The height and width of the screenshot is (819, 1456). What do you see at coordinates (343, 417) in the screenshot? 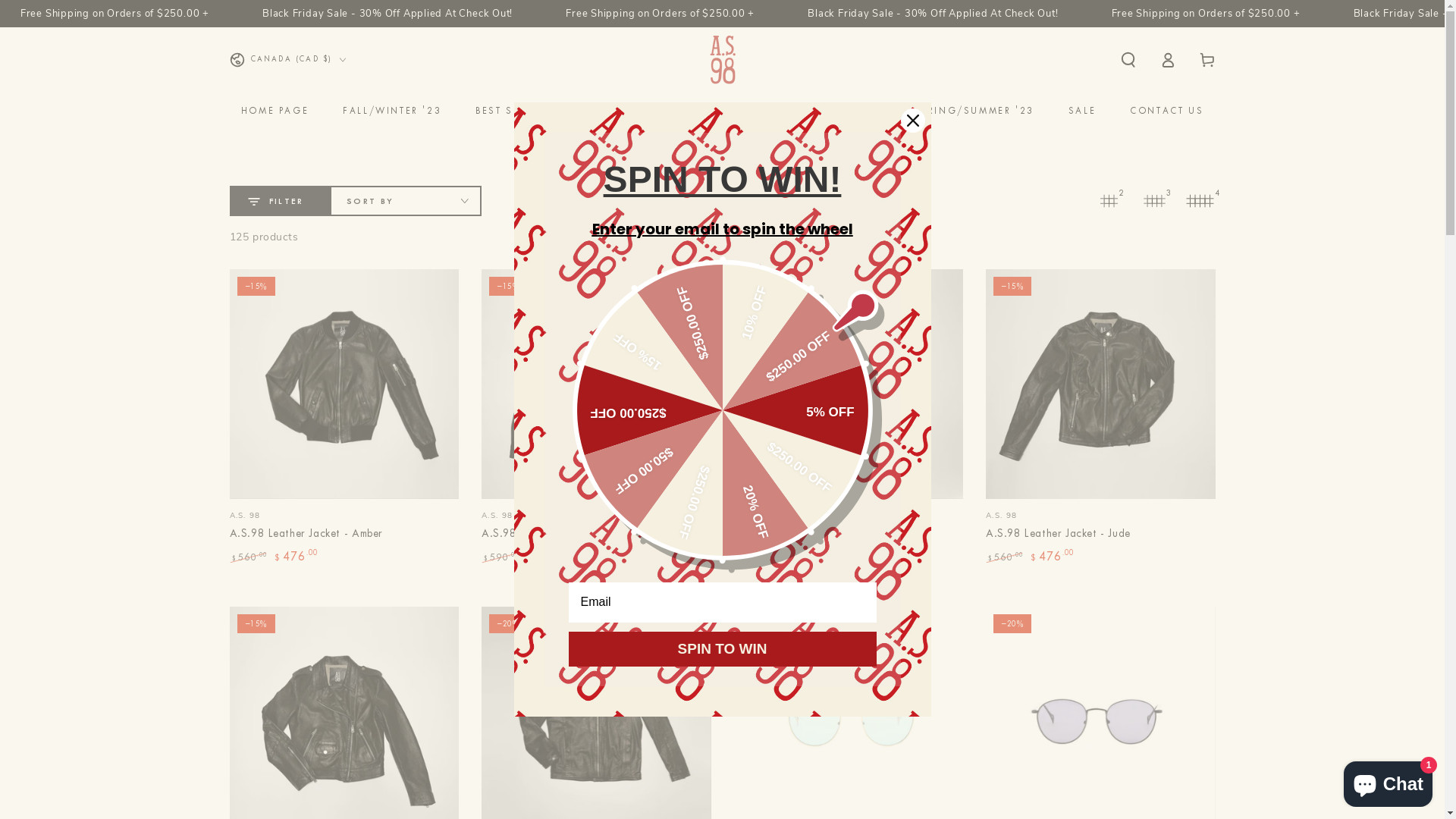
I see `'A.S.98 Leather Jacket - Amber'` at bounding box center [343, 417].